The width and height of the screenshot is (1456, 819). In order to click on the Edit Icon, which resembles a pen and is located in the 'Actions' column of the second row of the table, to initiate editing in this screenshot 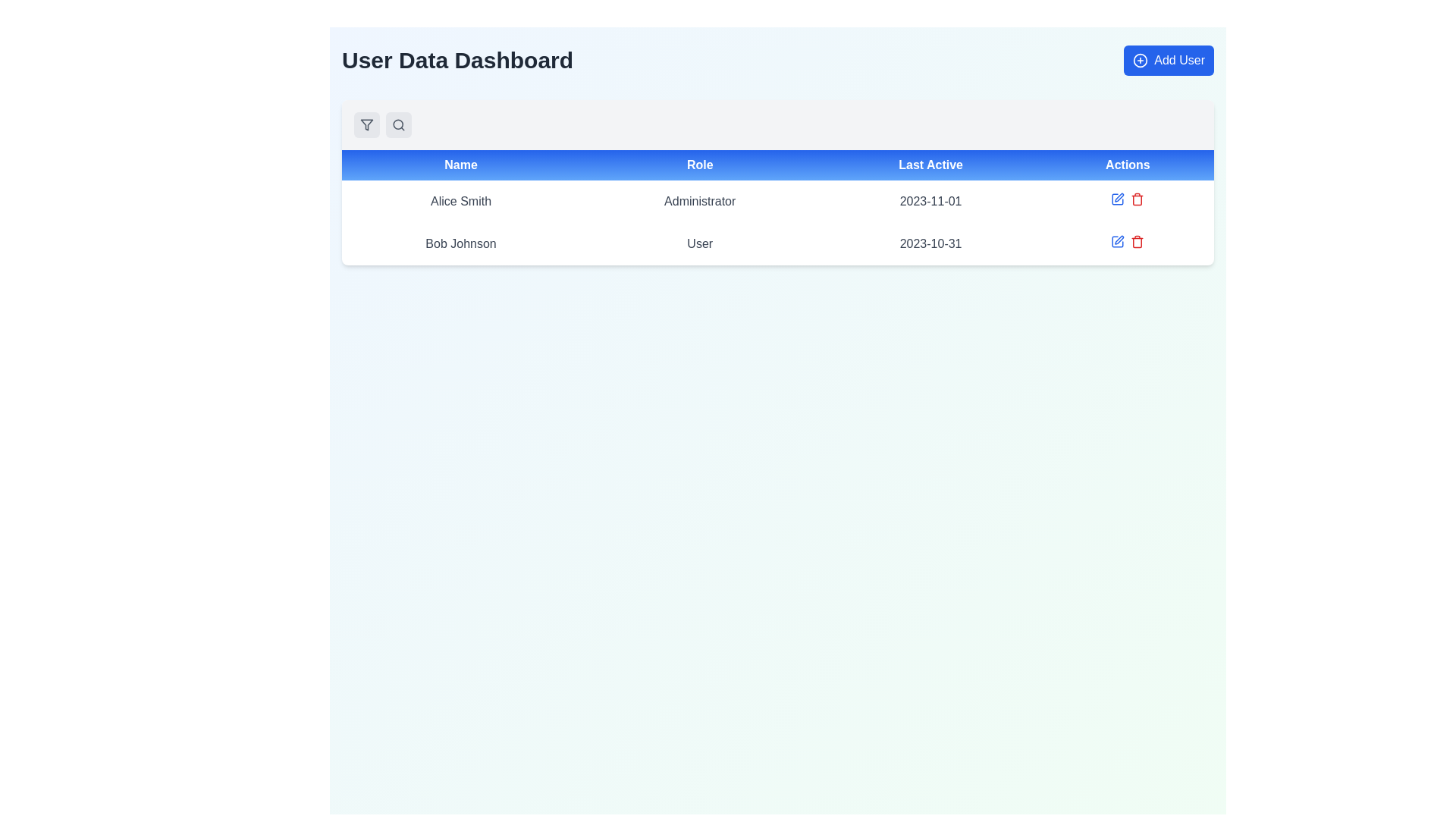, I will do `click(1119, 239)`.